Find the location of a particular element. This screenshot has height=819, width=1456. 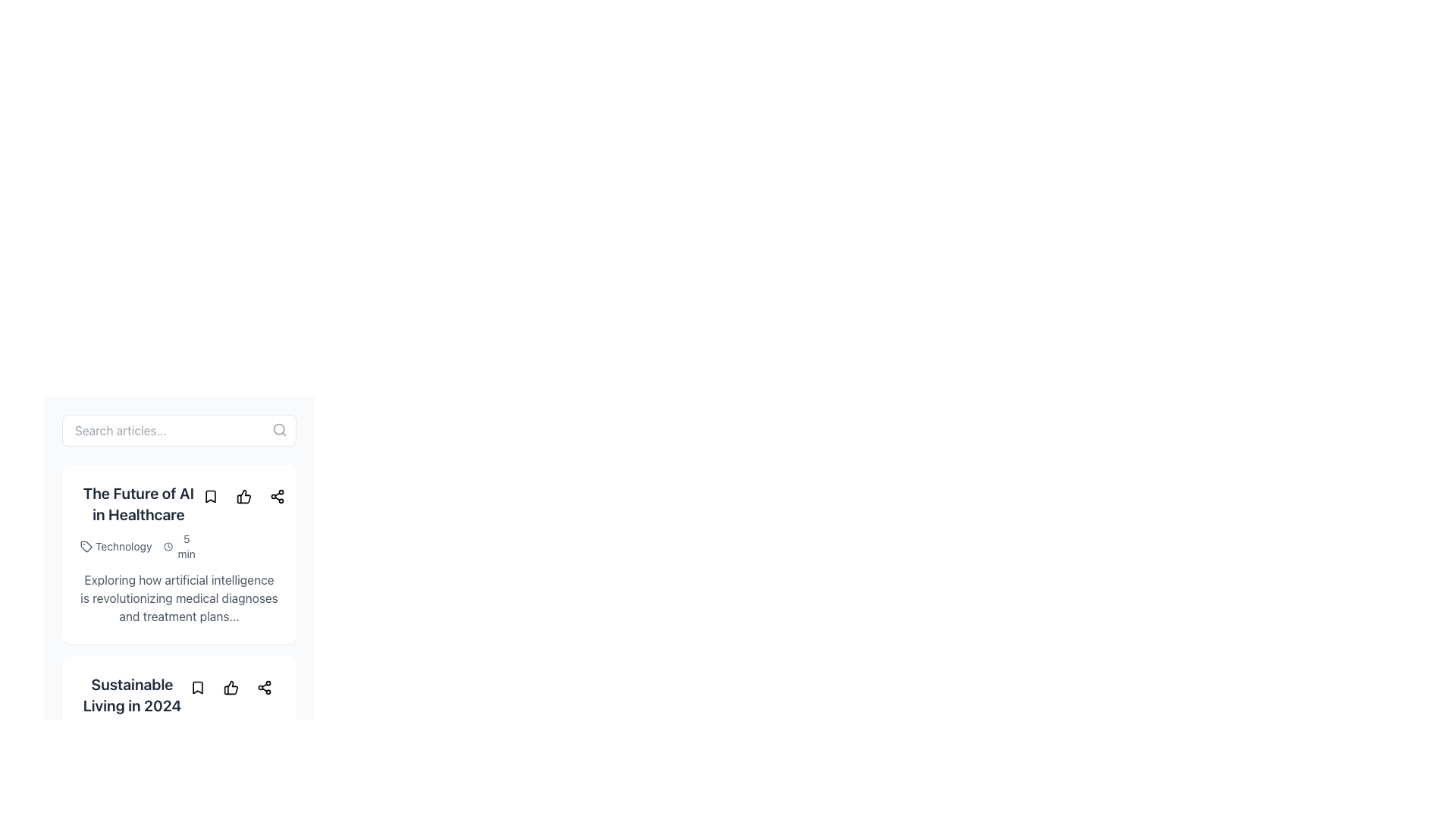

the third circular button with a share icon at the bottom-right corner of the 'Sustainable Living in 2024' card to trigger hover effects is located at coordinates (265, 687).